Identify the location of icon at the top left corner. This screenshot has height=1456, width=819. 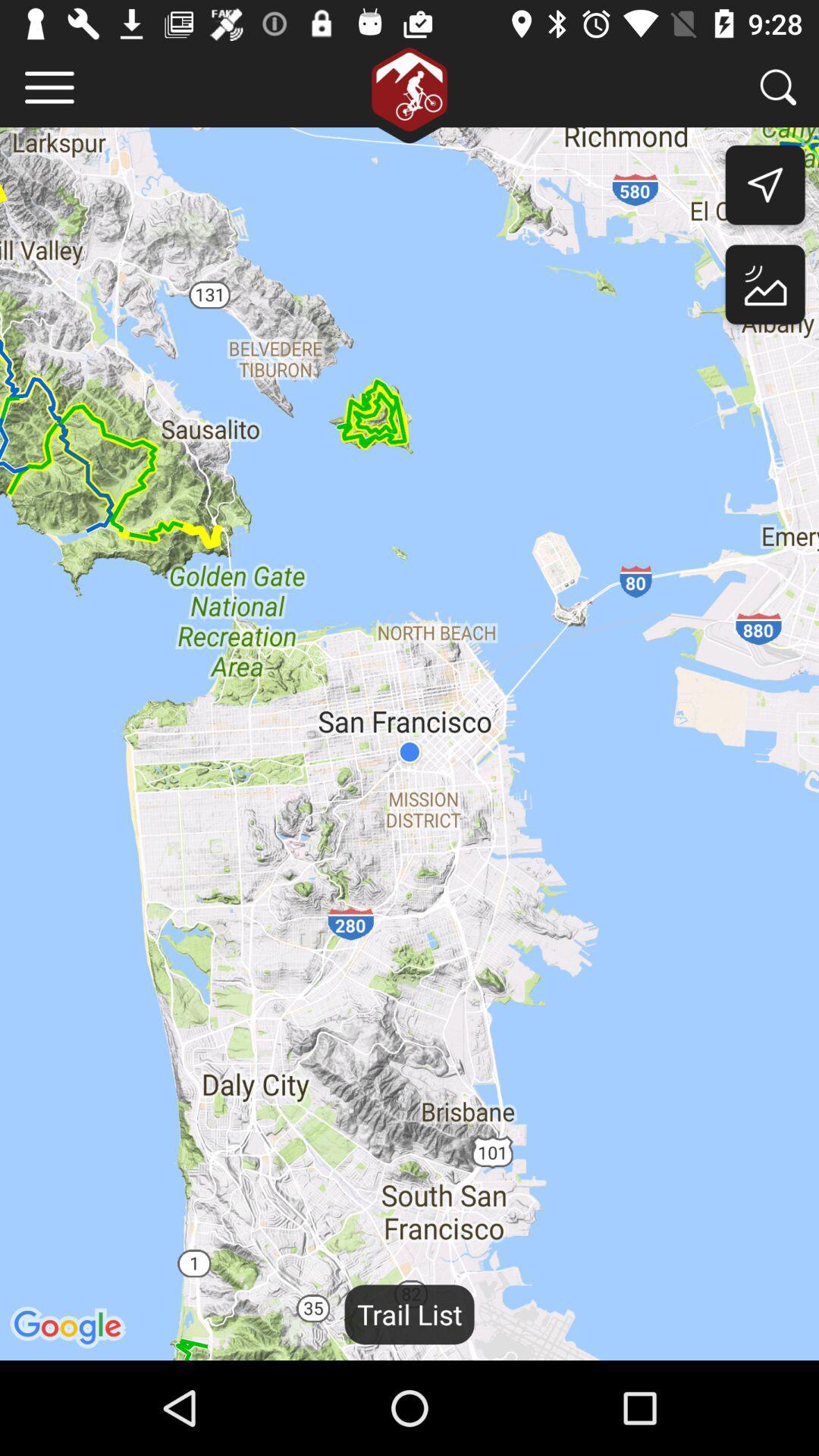
(49, 86).